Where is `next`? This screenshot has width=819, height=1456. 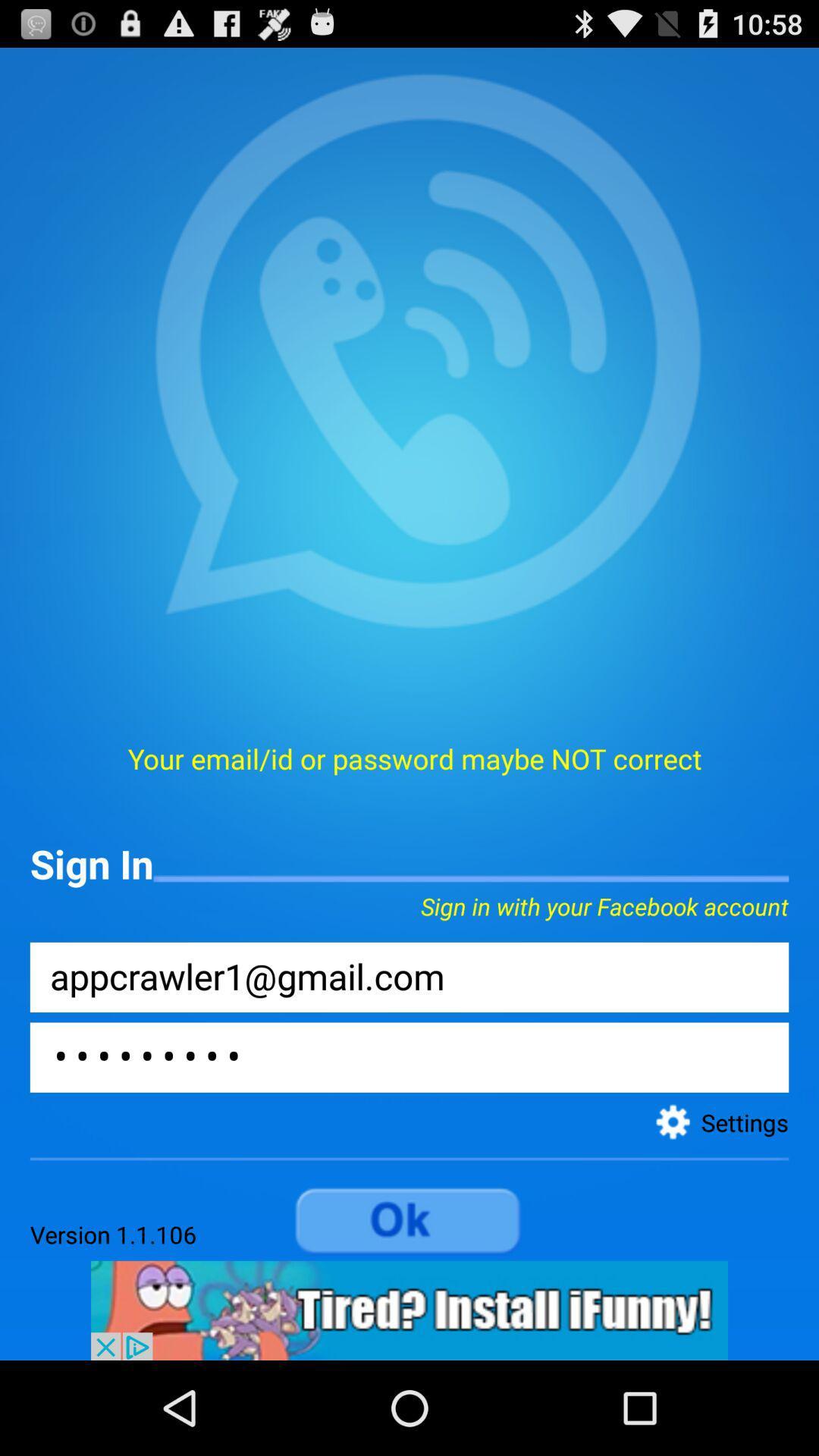
next is located at coordinates (409, 1222).